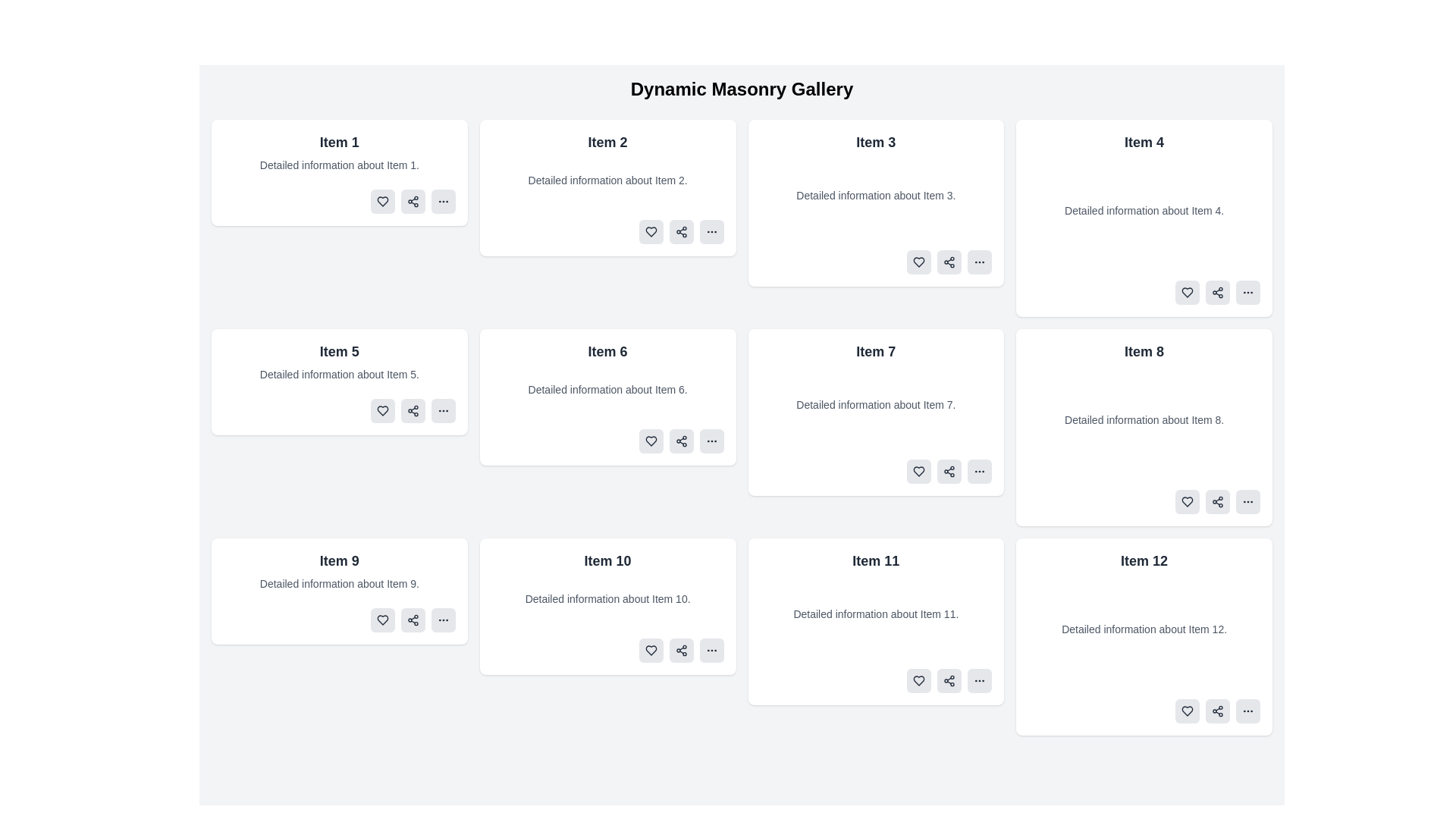  I want to click on the heart-shaped button with a gray background located at the bottom-right of the card for 'Item 7', so click(918, 470).